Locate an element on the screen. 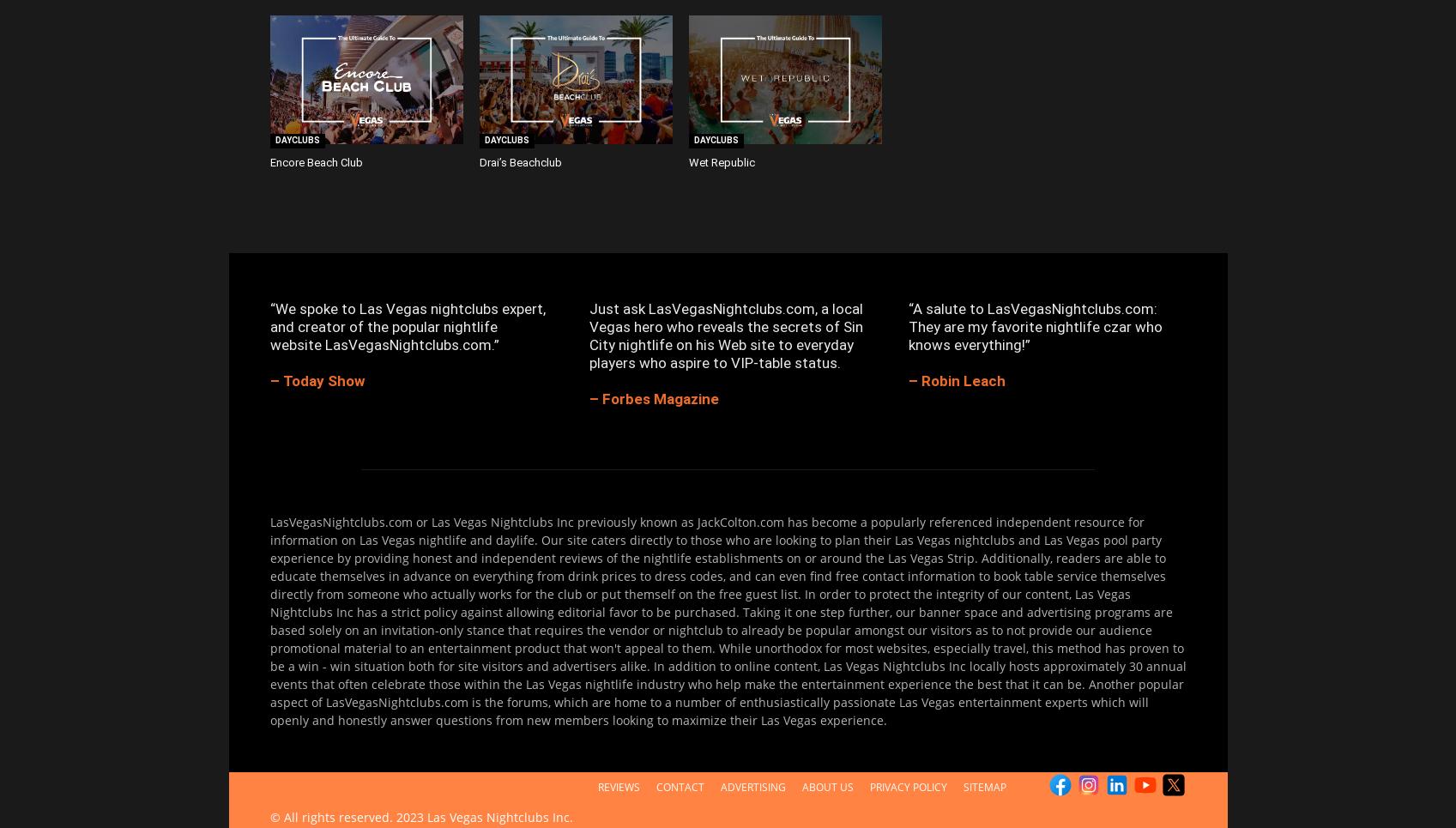 Image resolution: width=1456 pixels, height=828 pixels. '© All rights reserved.' is located at coordinates (331, 816).